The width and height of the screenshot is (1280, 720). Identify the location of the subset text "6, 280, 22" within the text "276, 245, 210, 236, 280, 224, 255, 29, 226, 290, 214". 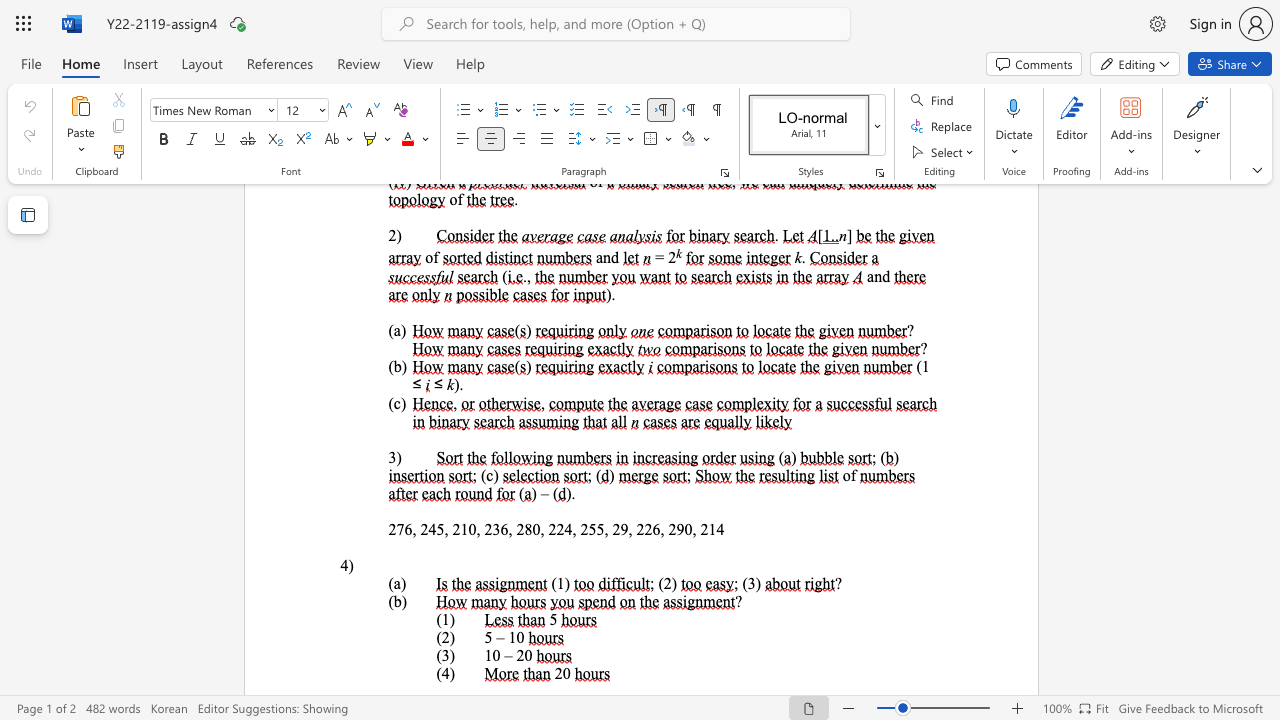
(500, 528).